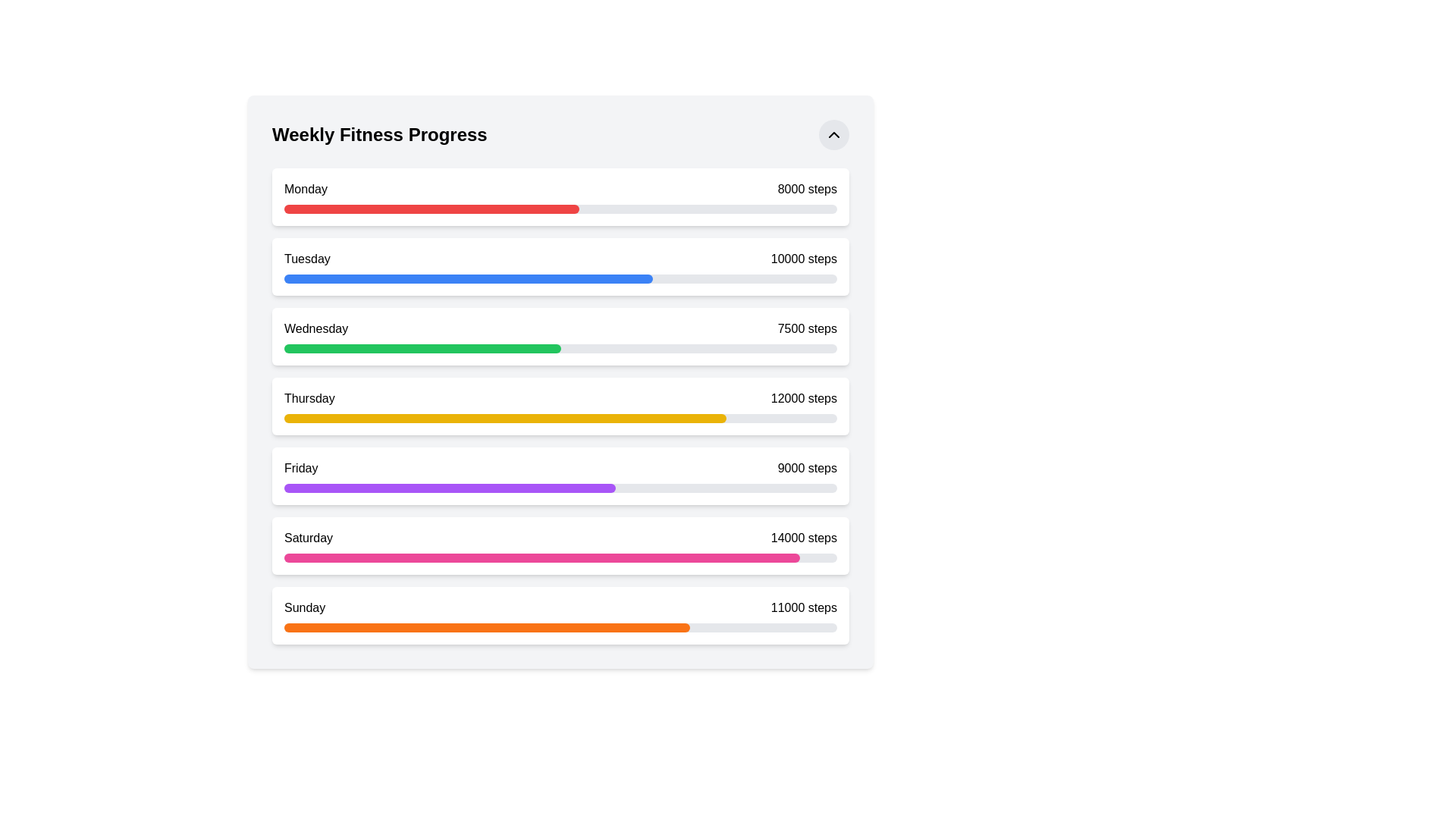 This screenshot has width=1456, height=819. Describe the element at coordinates (422, 348) in the screenshot. I see `the progress bar representing 50% progress for 'Wednesday' in the weekly progress tracking interface` at that location.